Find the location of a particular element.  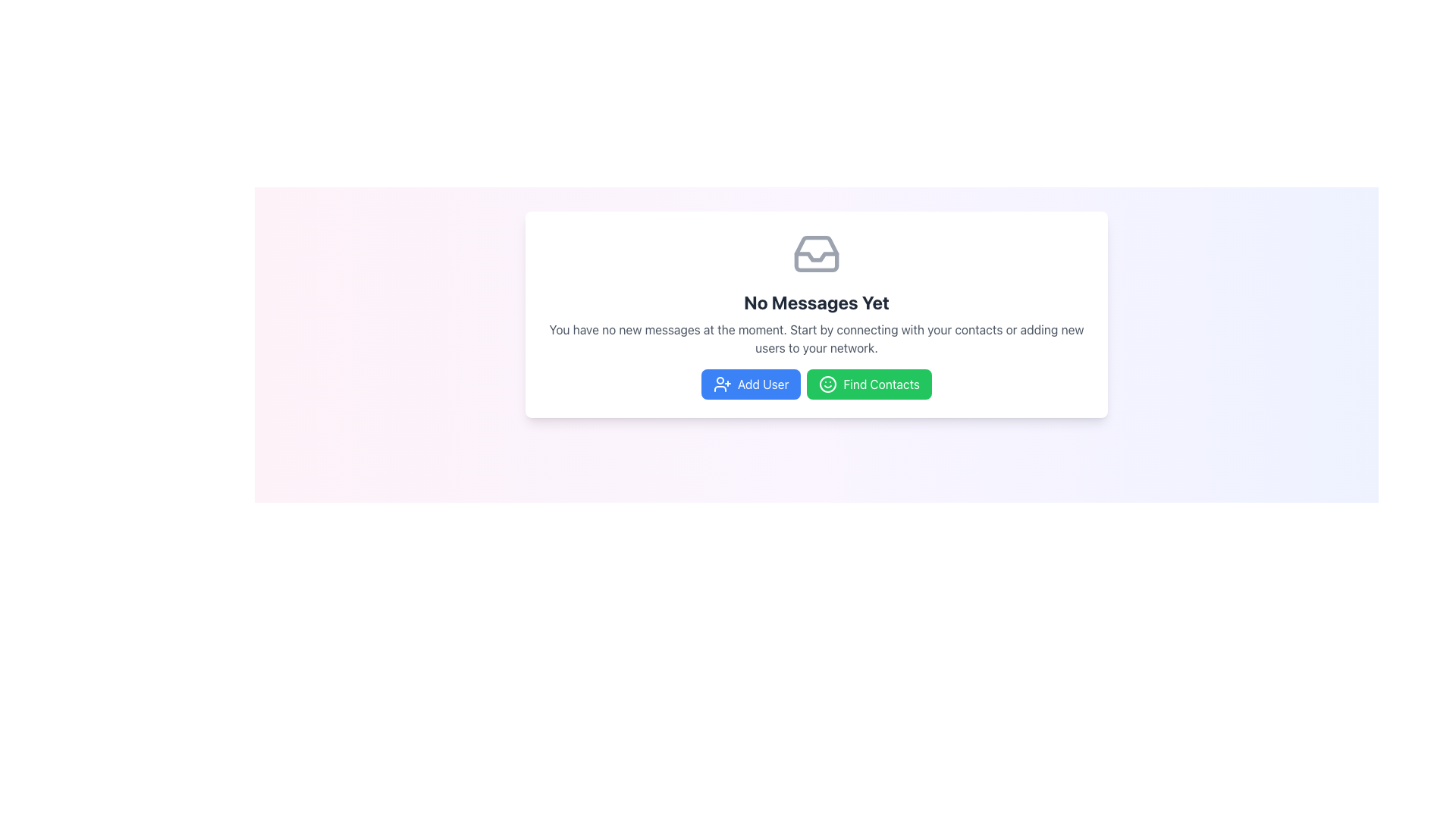

the bold text component displaying 'No Messages Yet', which is centrally positioned below the inbox icon and above a descriptive text paragraph is located at coordinates (815, 302).